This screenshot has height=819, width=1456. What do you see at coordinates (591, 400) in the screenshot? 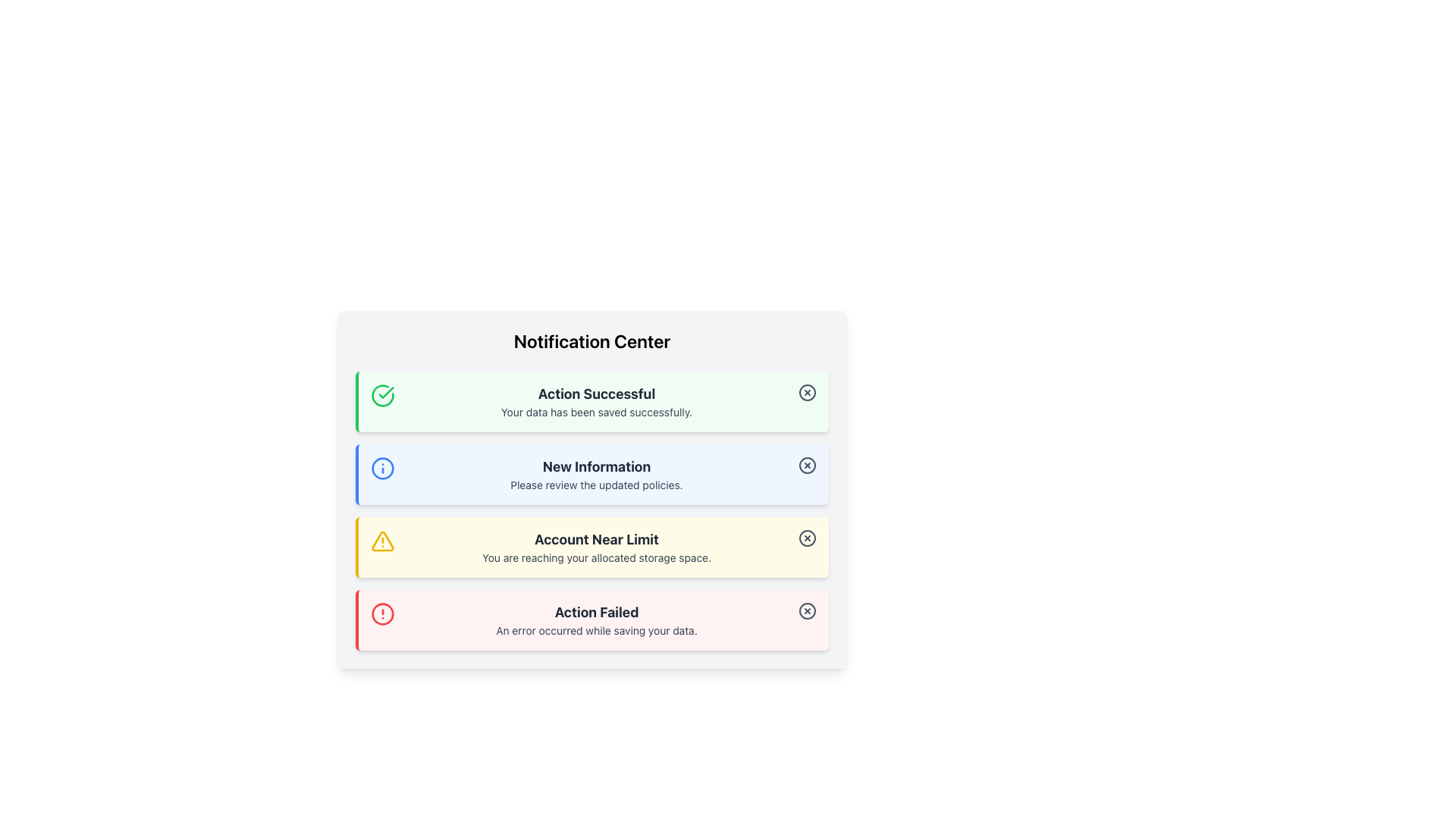
I see `information displayed in the Notification Box with a light green background that states 'Action Successful' and 'Your data has been saved successfully.'` at bounding box center [591, 400].